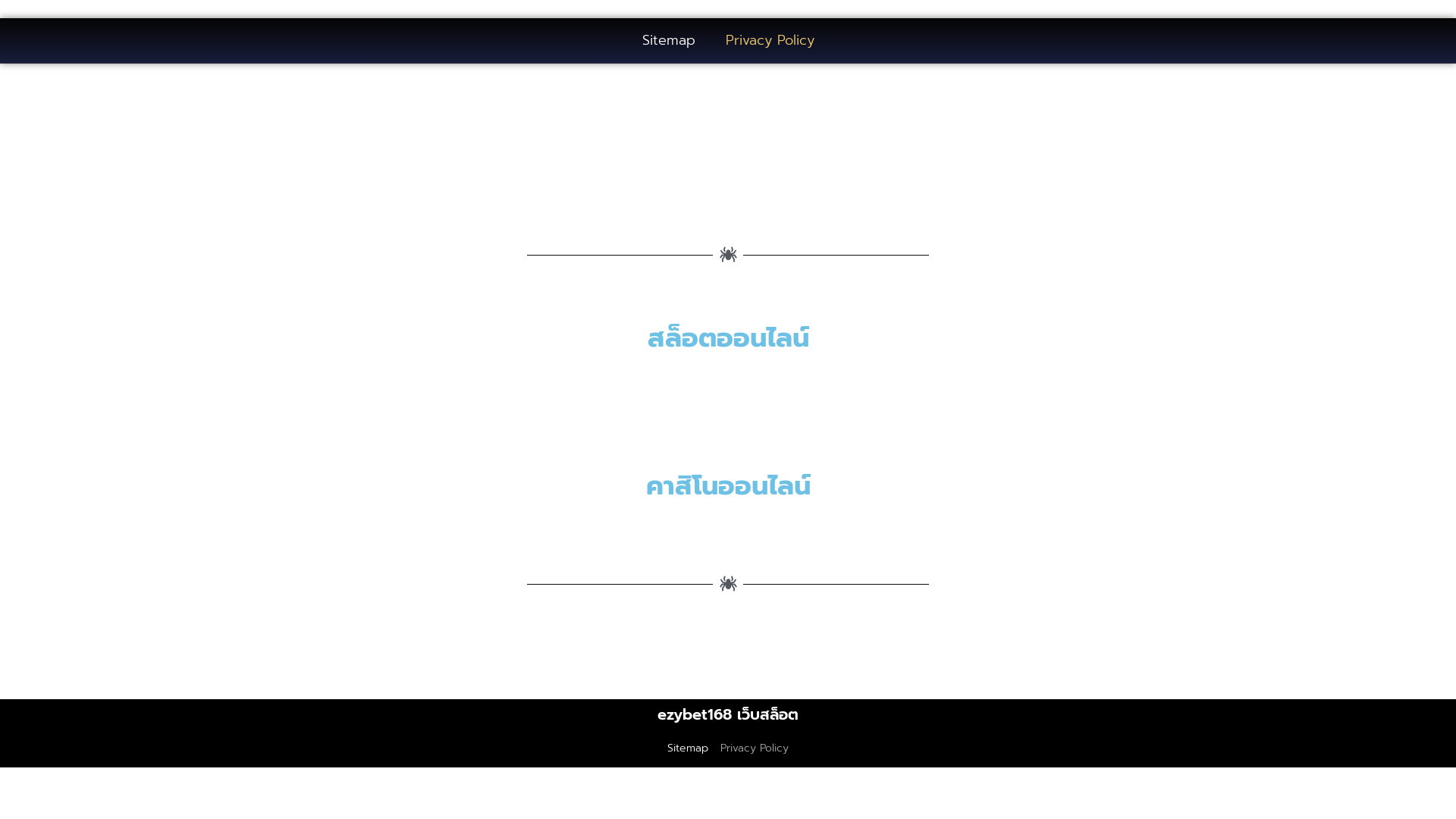 This screenshot has width=1456, height=819. I want to click on 'Sitemap', so click(667, 39).